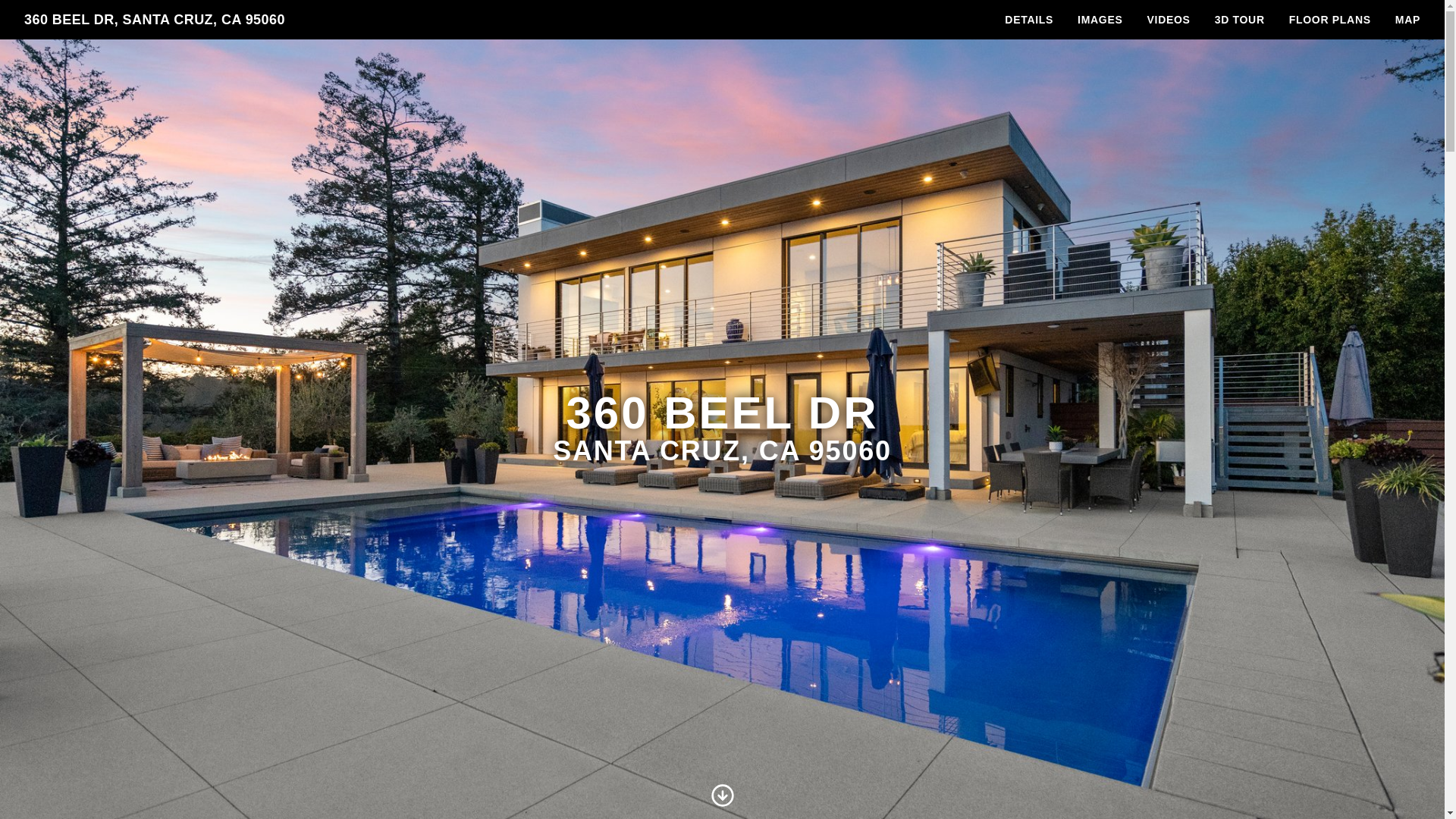 The image size is (1456, 819). What do you see at coordinates (1407, 20) in the screenshot?
I see `'MAP'` at bounding box center [1407, 20].